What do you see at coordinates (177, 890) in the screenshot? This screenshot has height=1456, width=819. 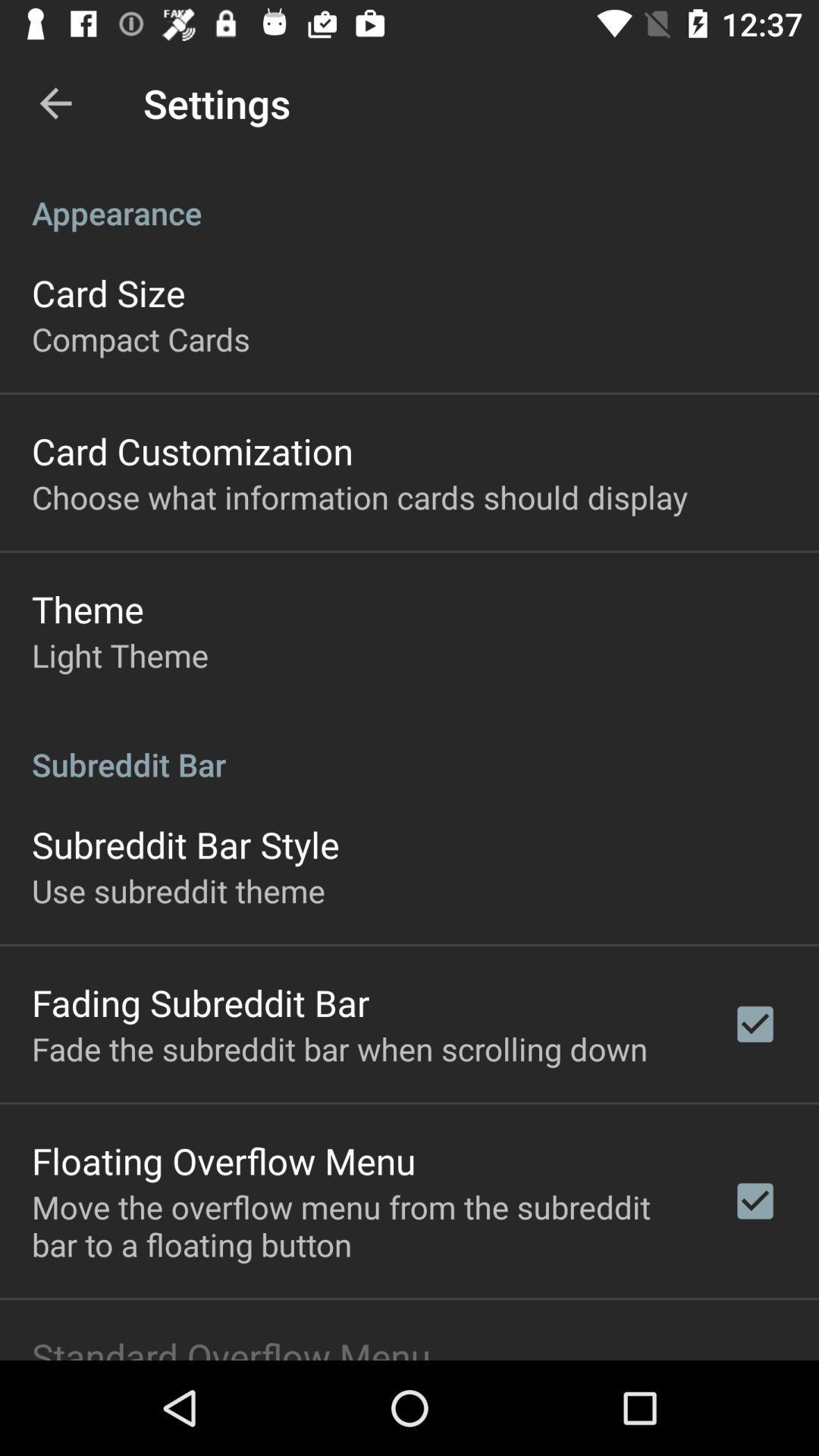 I see `the icon below the subreddit bar style` at bounding box center [177, 890].